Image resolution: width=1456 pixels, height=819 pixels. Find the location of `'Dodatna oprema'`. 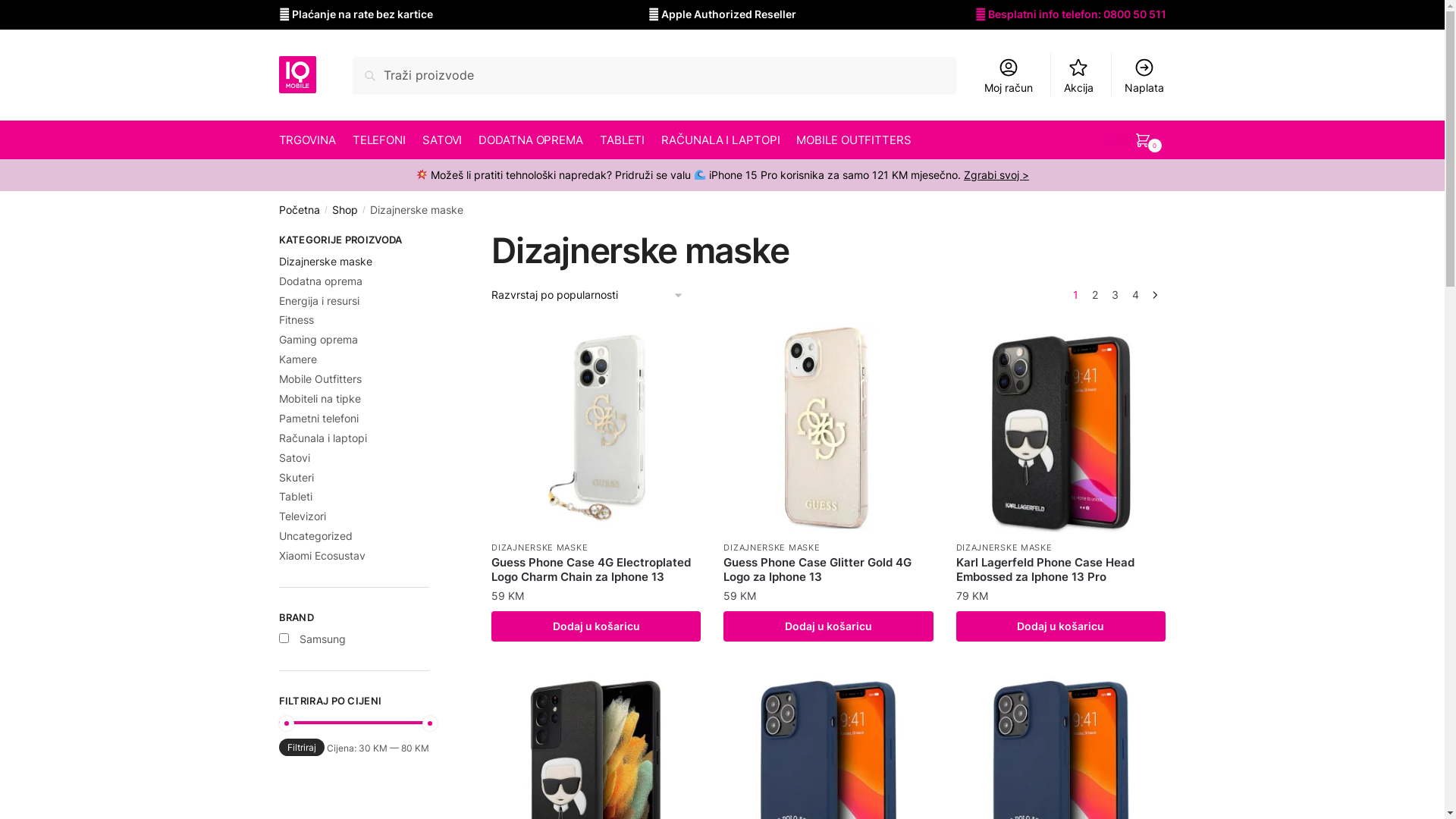

'Dodatna oprema' is located at coordinates (319, 281).